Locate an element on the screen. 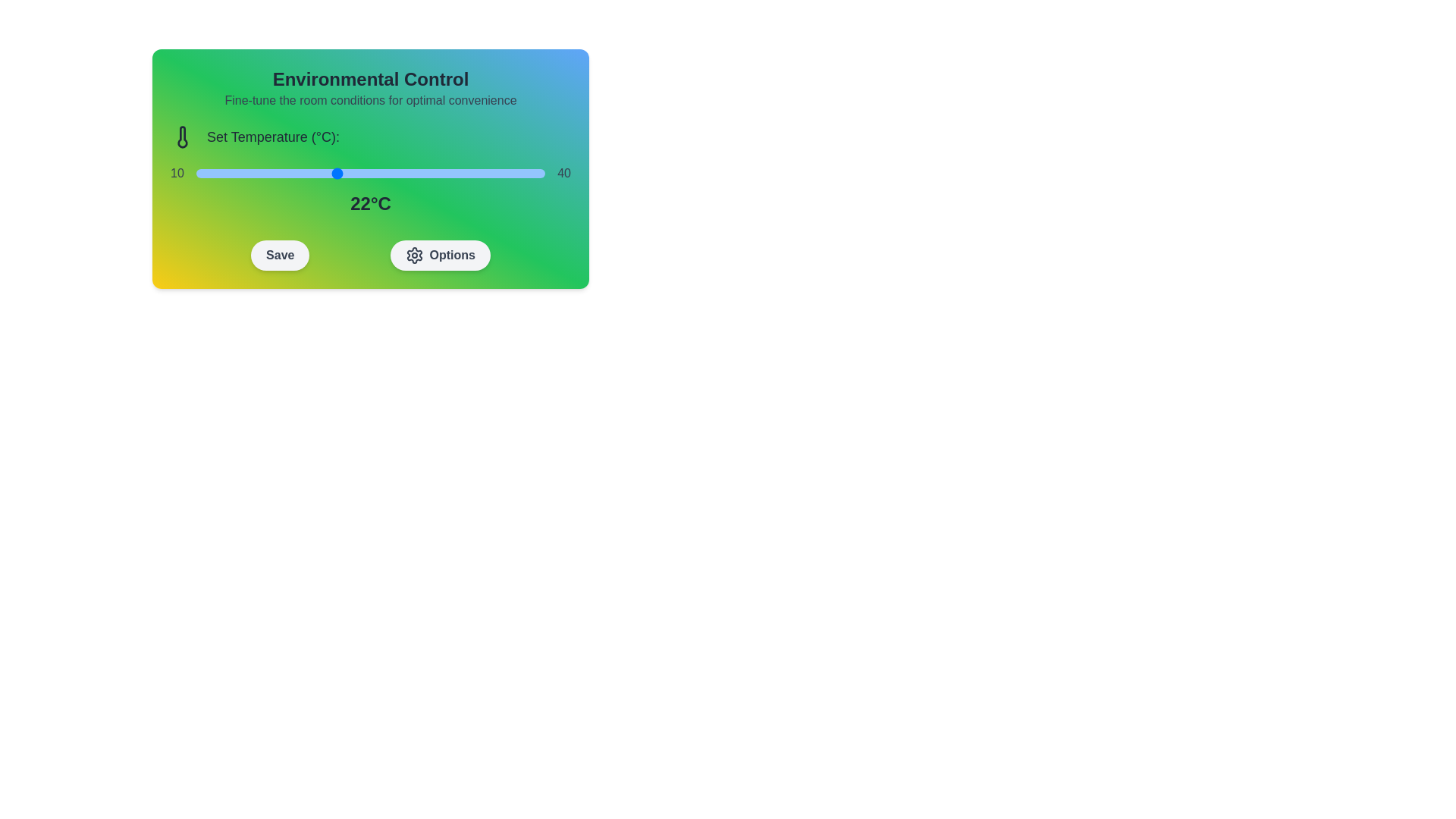 The image size is (1456, 819). the gear icon is located at coordinates (414, 254).